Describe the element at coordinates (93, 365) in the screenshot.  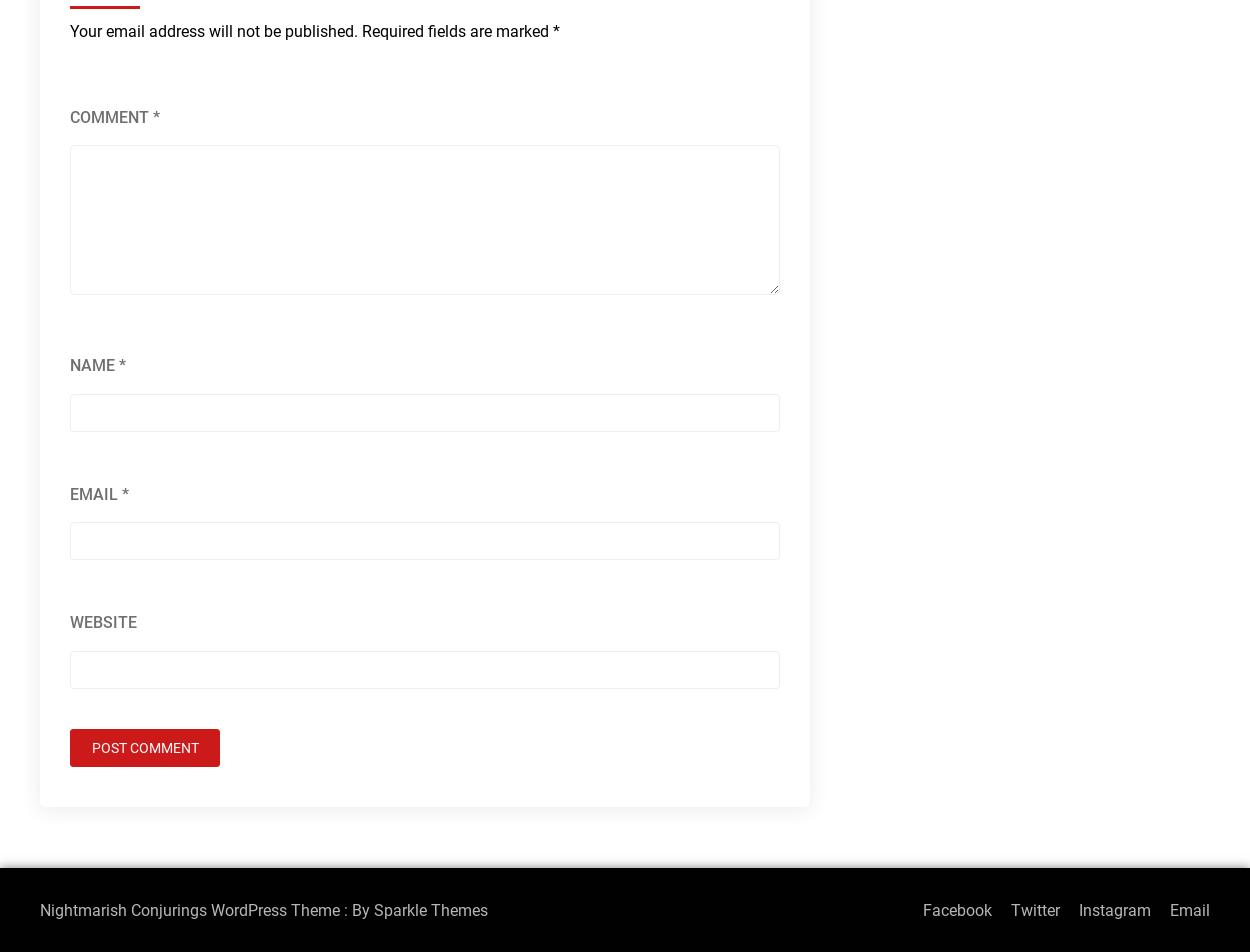
I see `'Name'` at that location.